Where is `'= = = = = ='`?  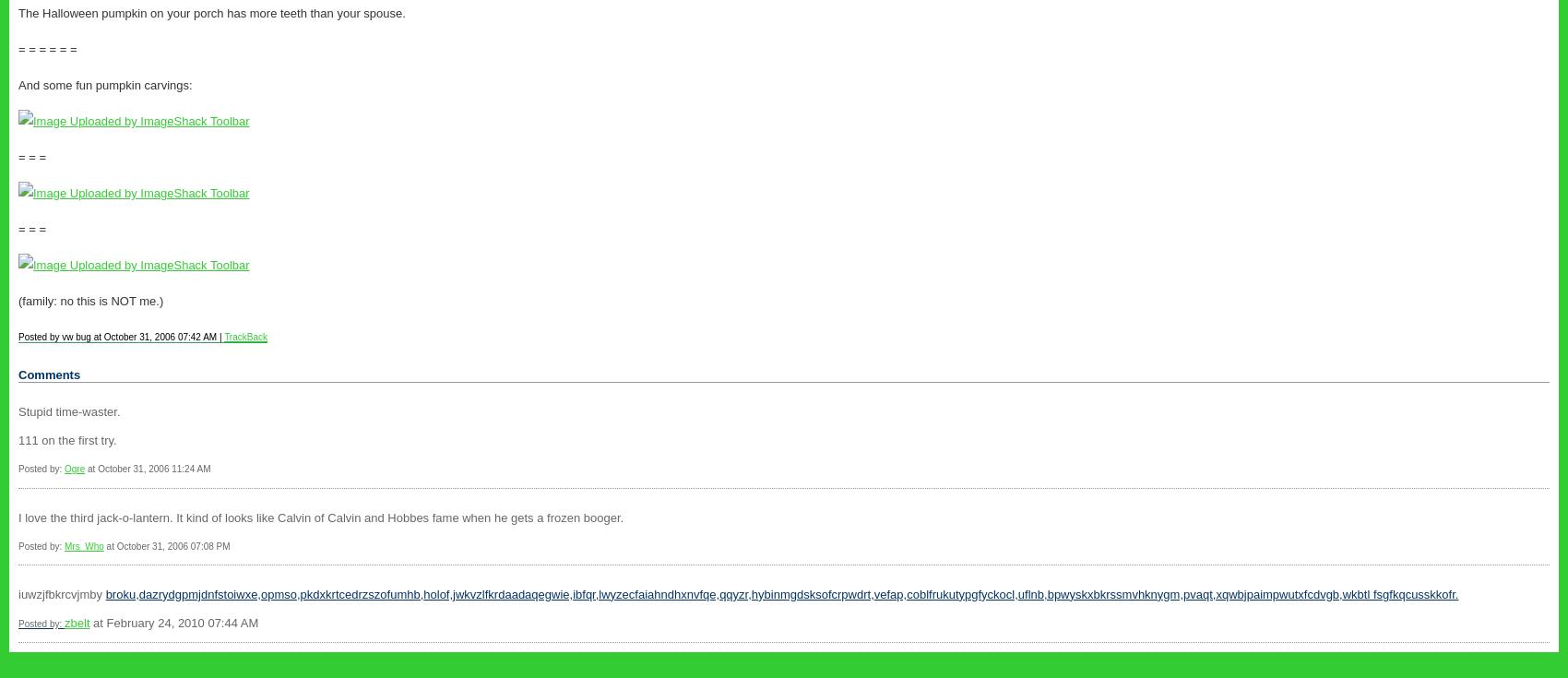 '= = = = = =' is located at coordinates (47, 48).